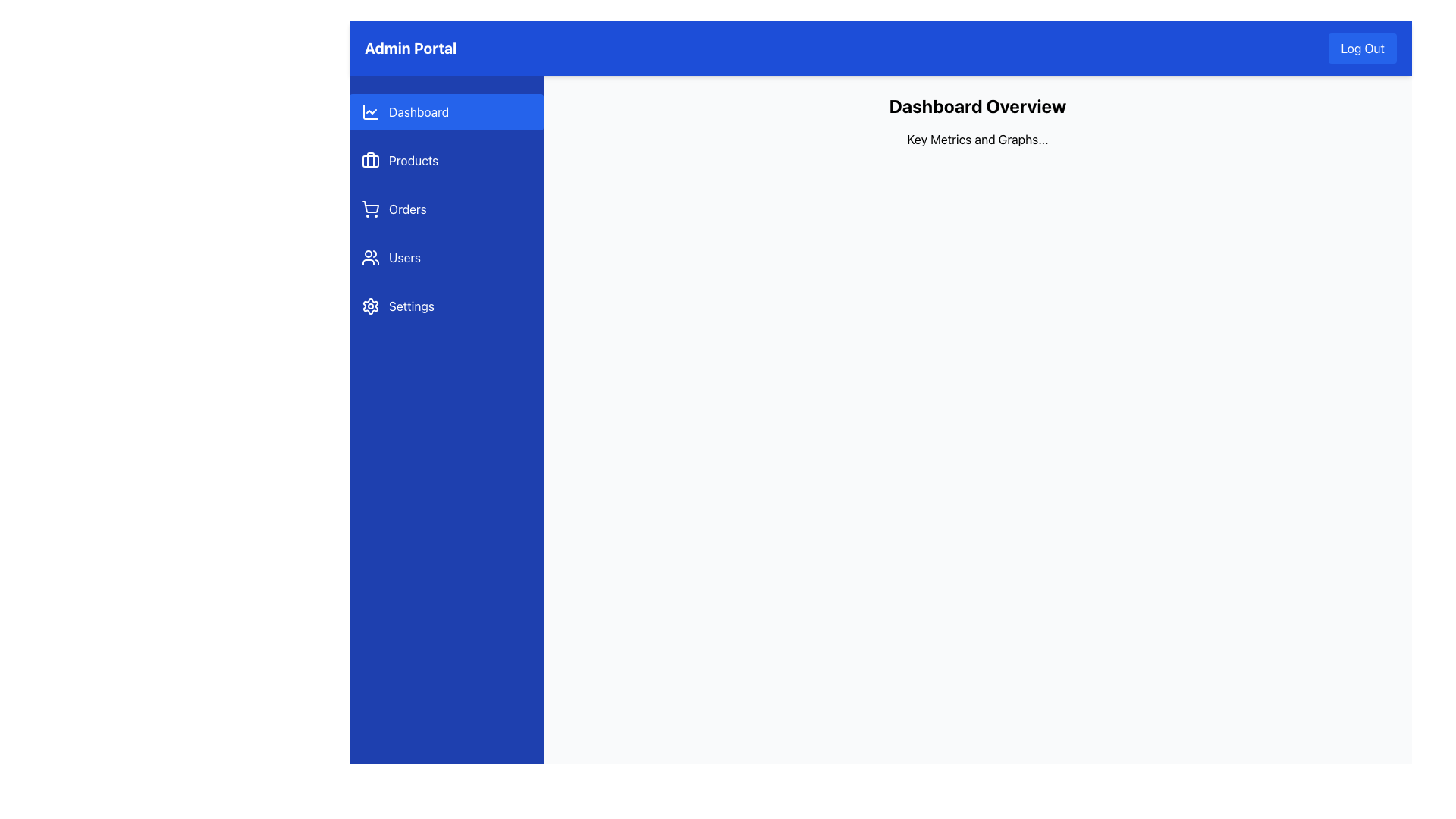 Image resolution: width=1456 pixels, height=819 pixels. I want to click on the text label 'Key Metrics and Graphs...' located beneath the 'Dashboard Overview' title, centered in the header section, so click(977, 140).